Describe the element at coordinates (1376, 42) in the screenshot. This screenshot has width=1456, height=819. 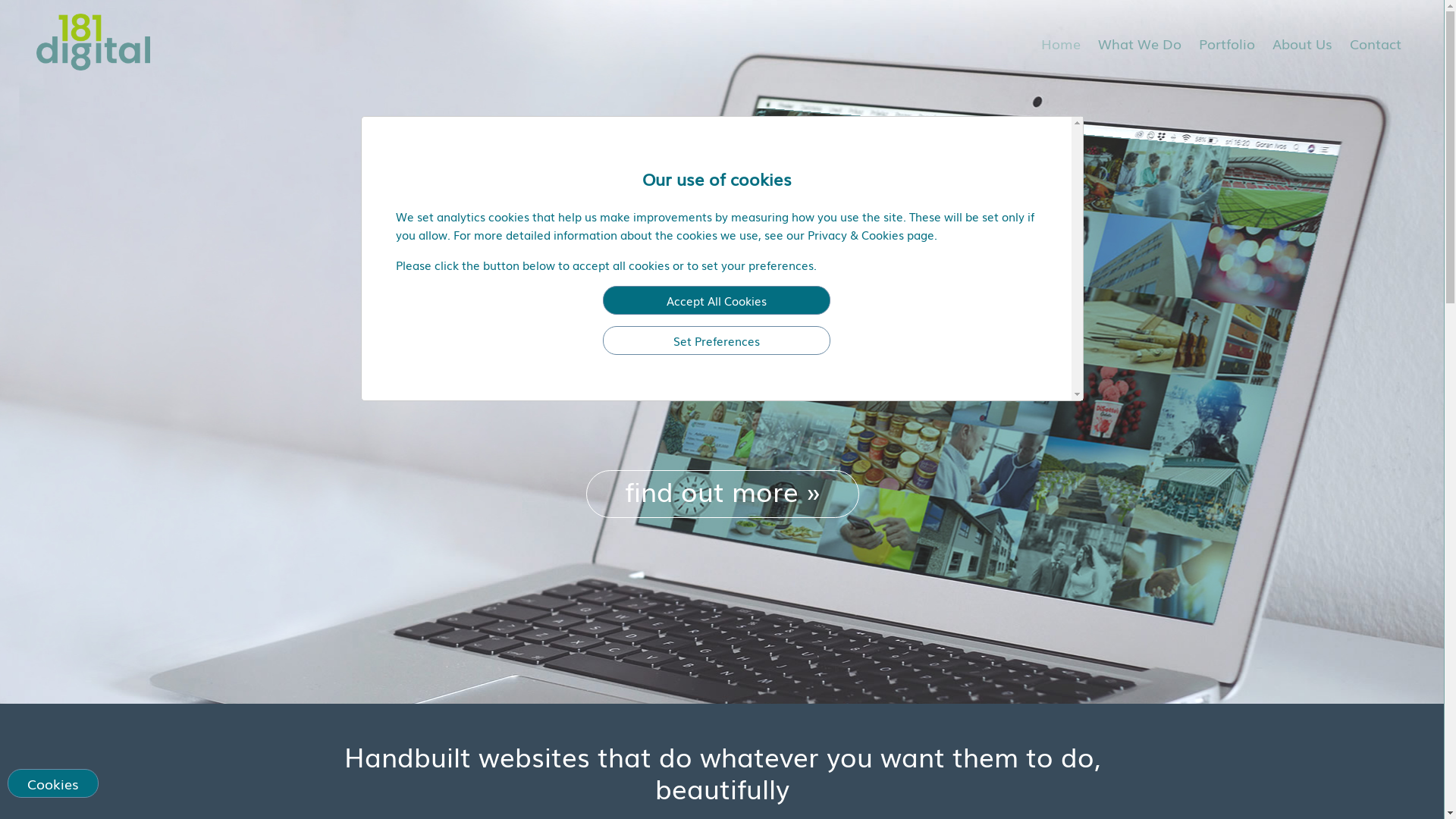
I see `'Contact'` at that location.